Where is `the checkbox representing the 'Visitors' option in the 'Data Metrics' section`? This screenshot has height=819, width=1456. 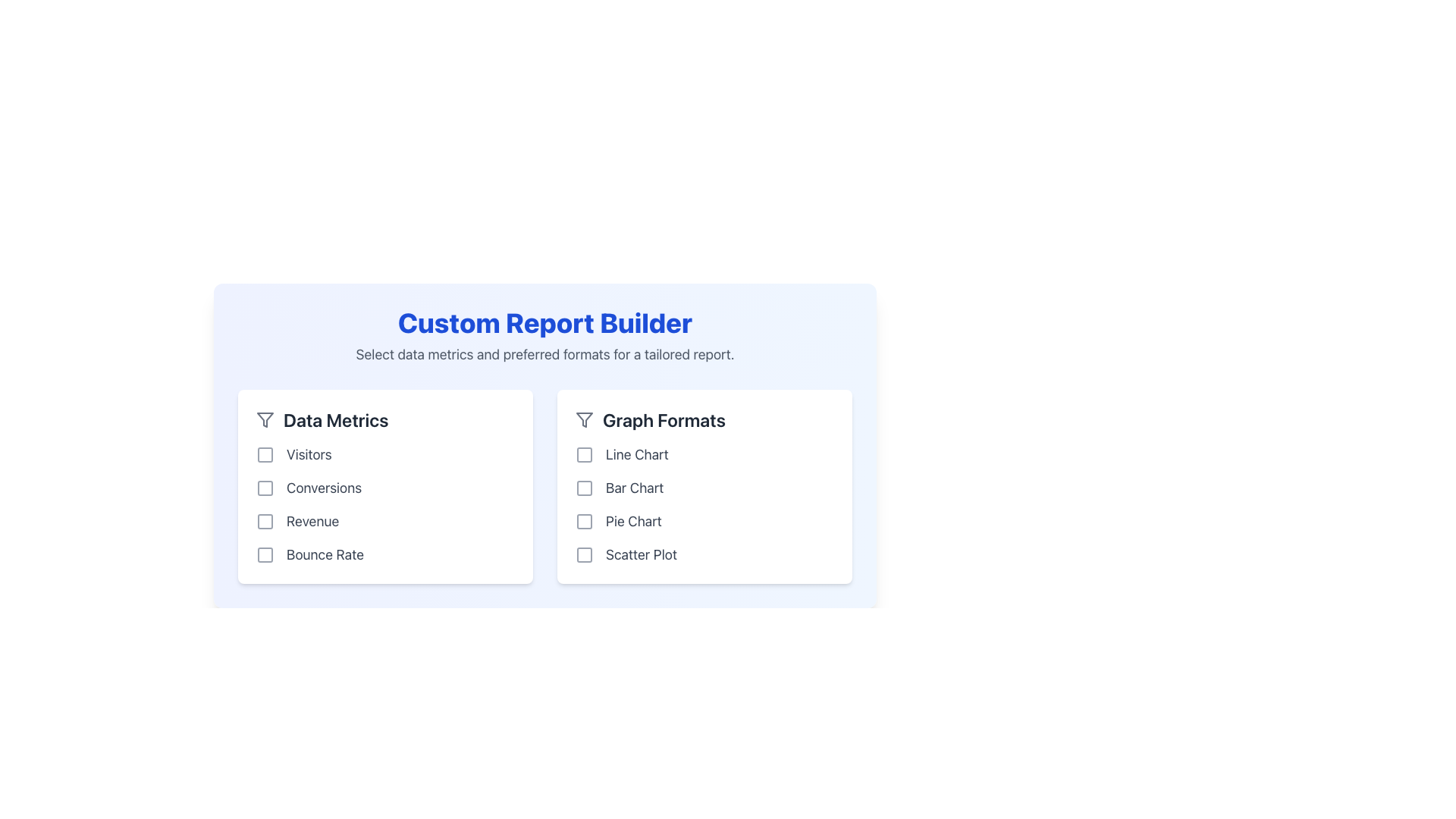
the checkbox representing the 'Visitors' option in the 'Data Metrics' section is located at coordinates (265, 454).